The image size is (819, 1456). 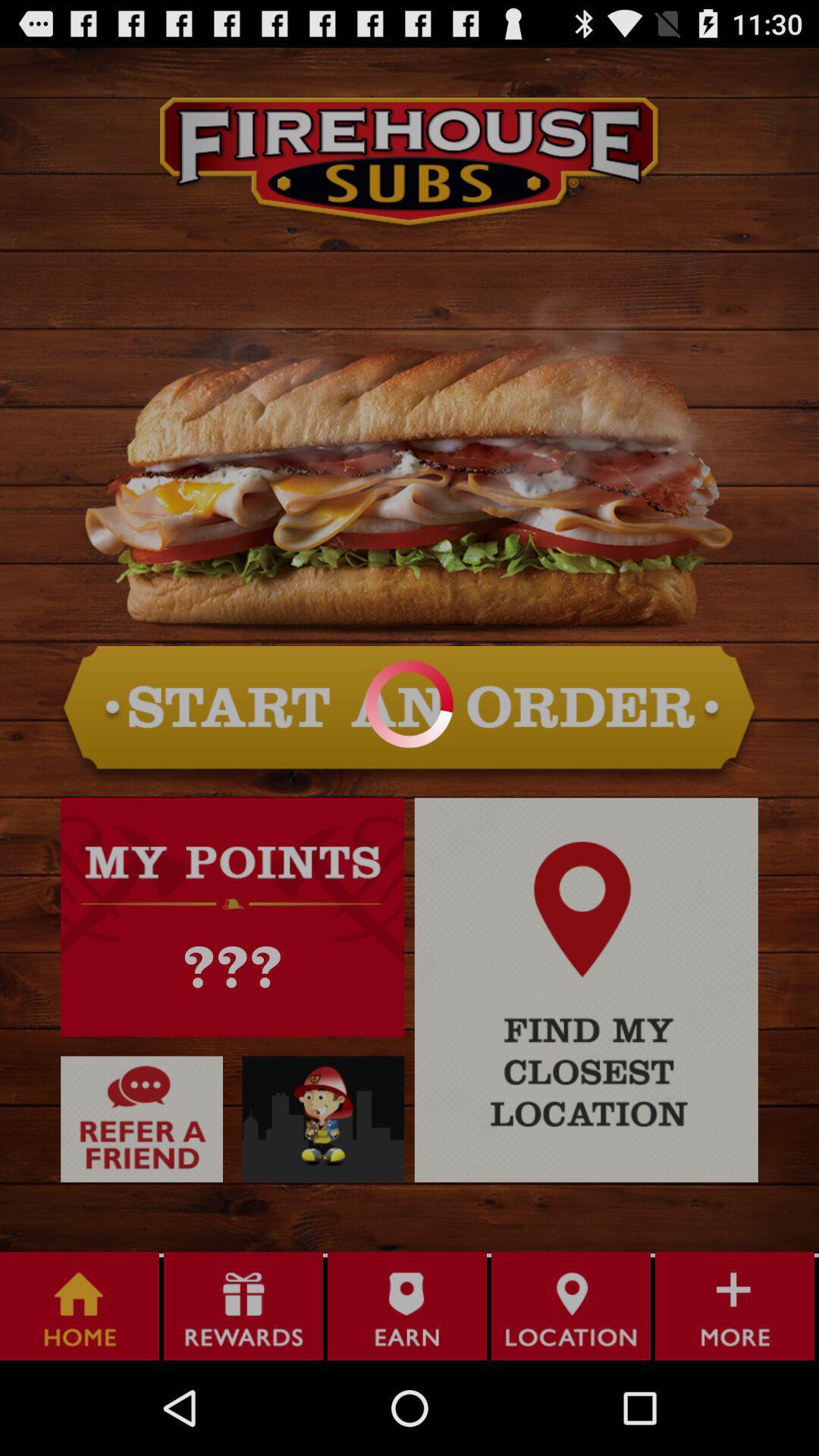 I want to click on the settings icon, so click(x=322, y=1197).